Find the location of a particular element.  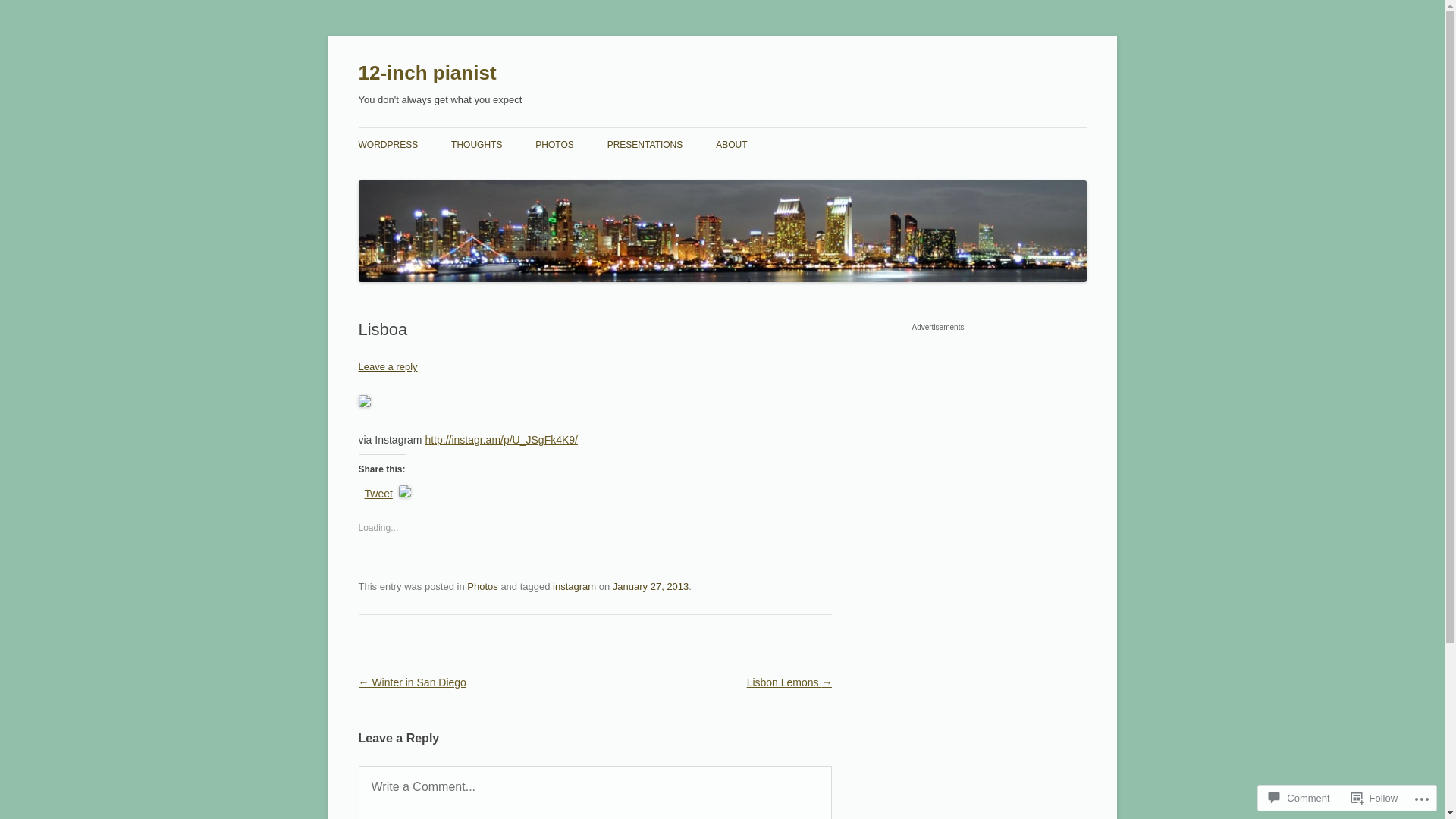

'Photos' is located at coordinates (482, 585).